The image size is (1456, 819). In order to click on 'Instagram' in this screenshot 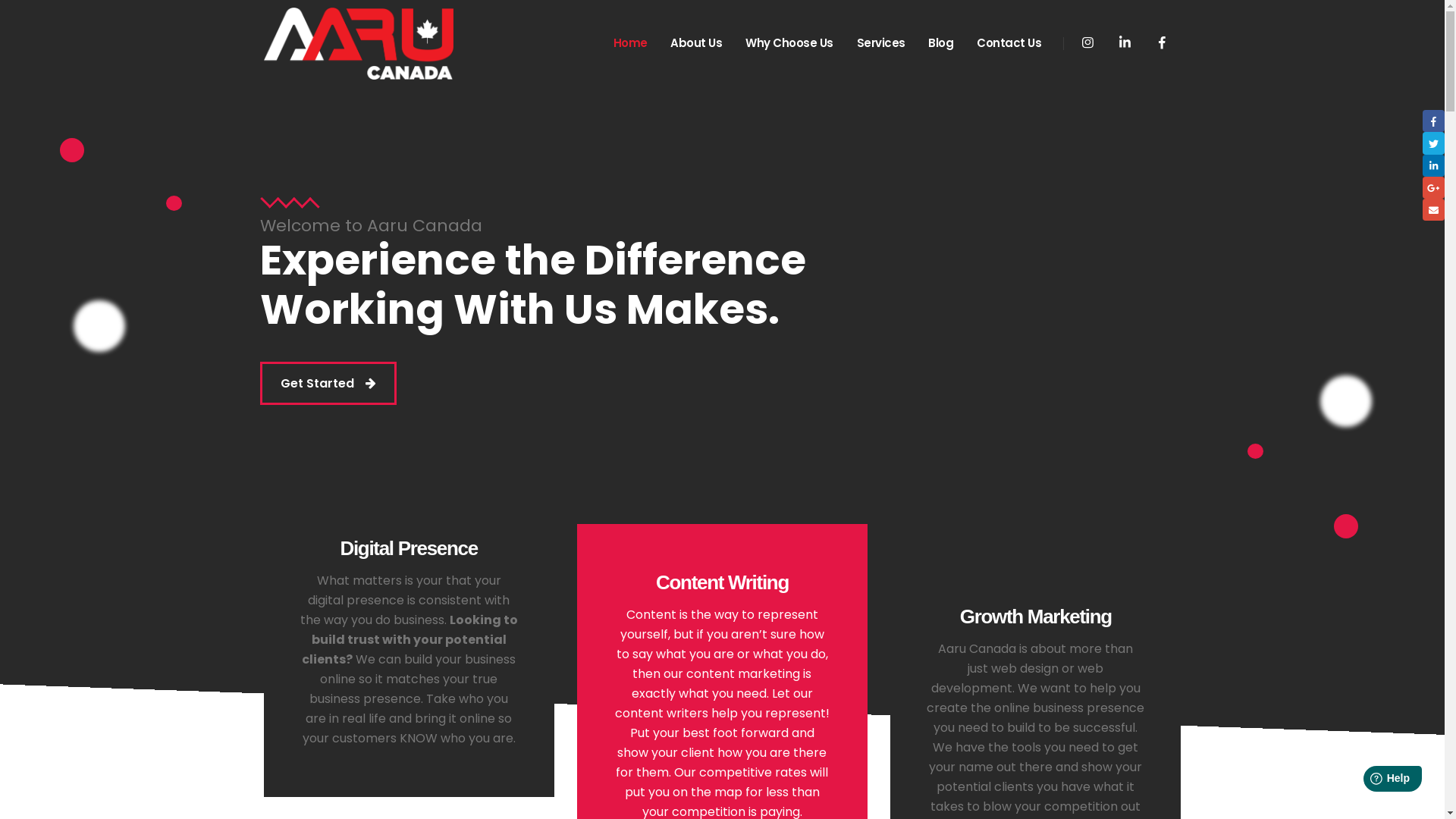, I will do `click(1068, 42)`.